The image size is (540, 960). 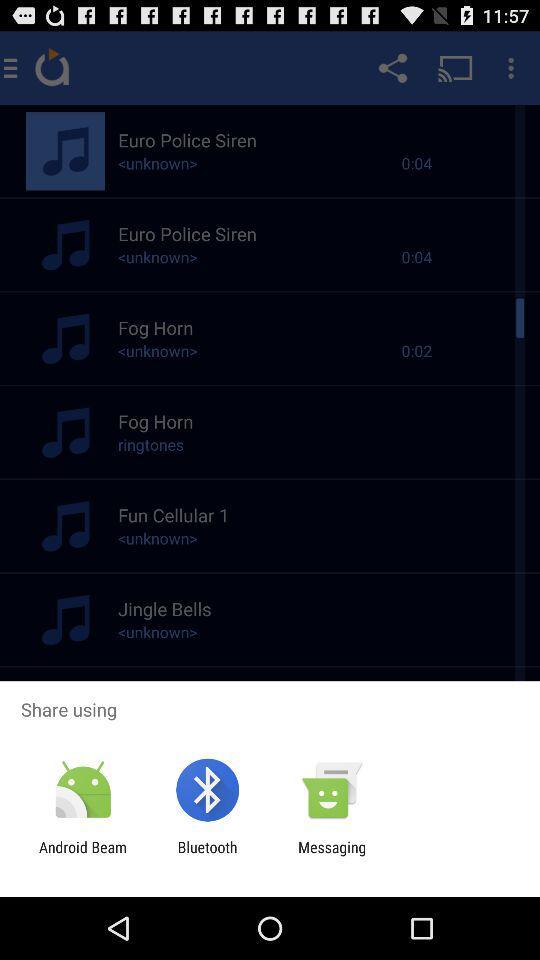 What do you see at coordinates (206, 855) in the screenshot?
I see `the bluetooth icon` at bounding box center [206, 855].